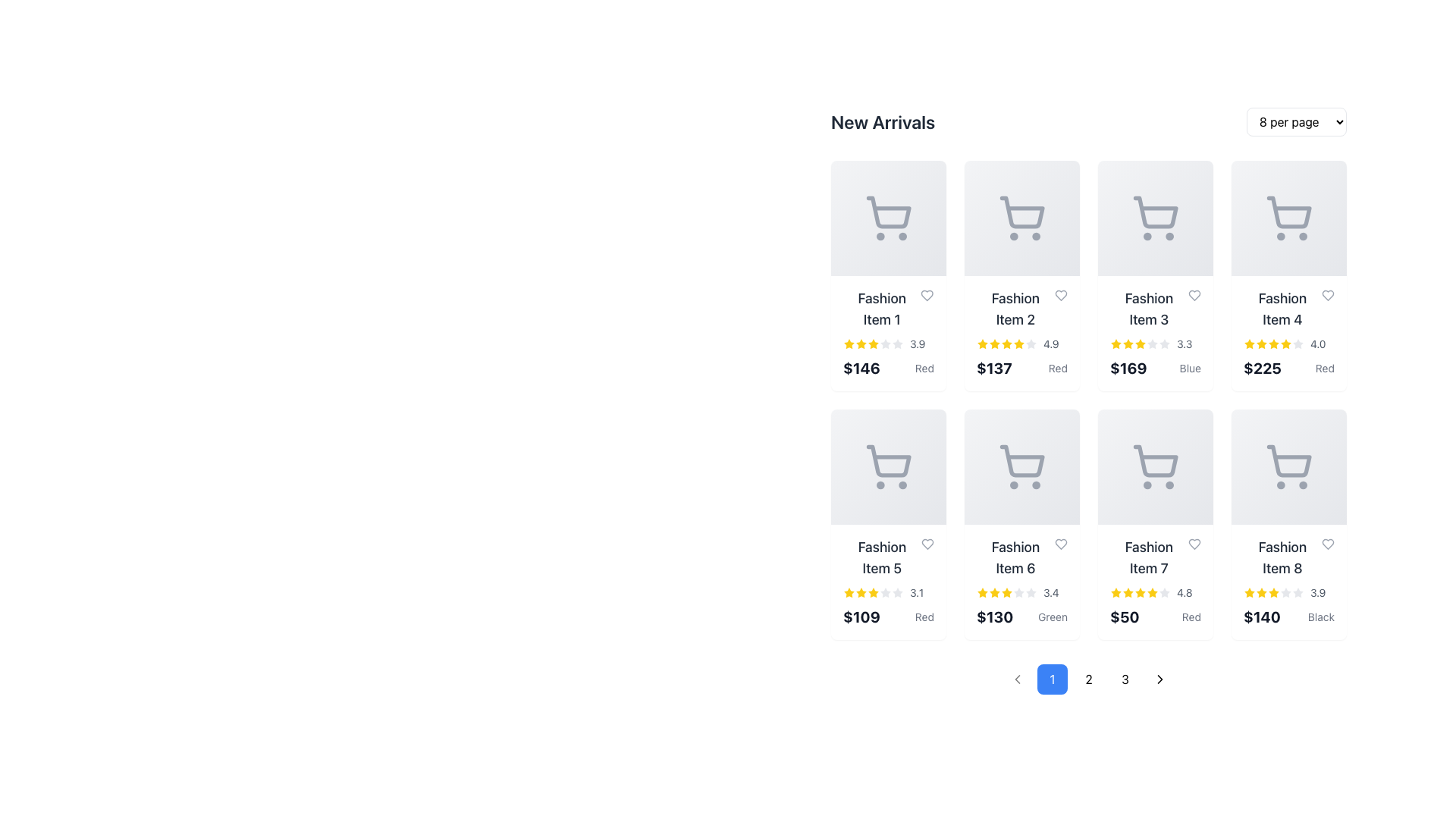 The image size is (1456, 819). Describe the element at coordinates (1327, 543) in the screenshot. I see `the heart-shaped favorite icon located in the top-right corner of the 'Fashion Item 8' product card` at that location.